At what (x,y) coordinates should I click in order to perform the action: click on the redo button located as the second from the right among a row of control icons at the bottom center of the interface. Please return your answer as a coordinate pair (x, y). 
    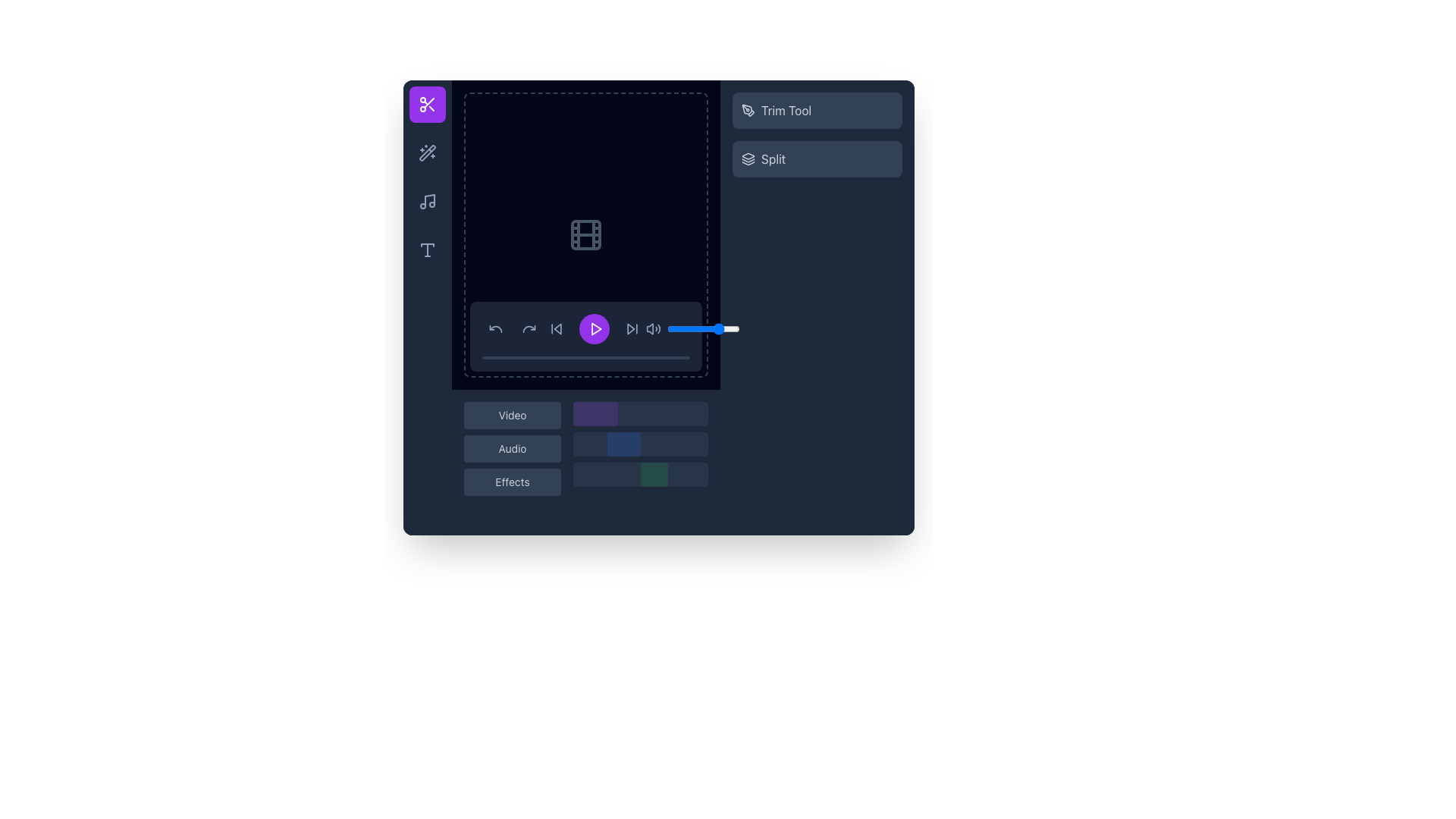
    Looking at the image, I should click on (529, 328).